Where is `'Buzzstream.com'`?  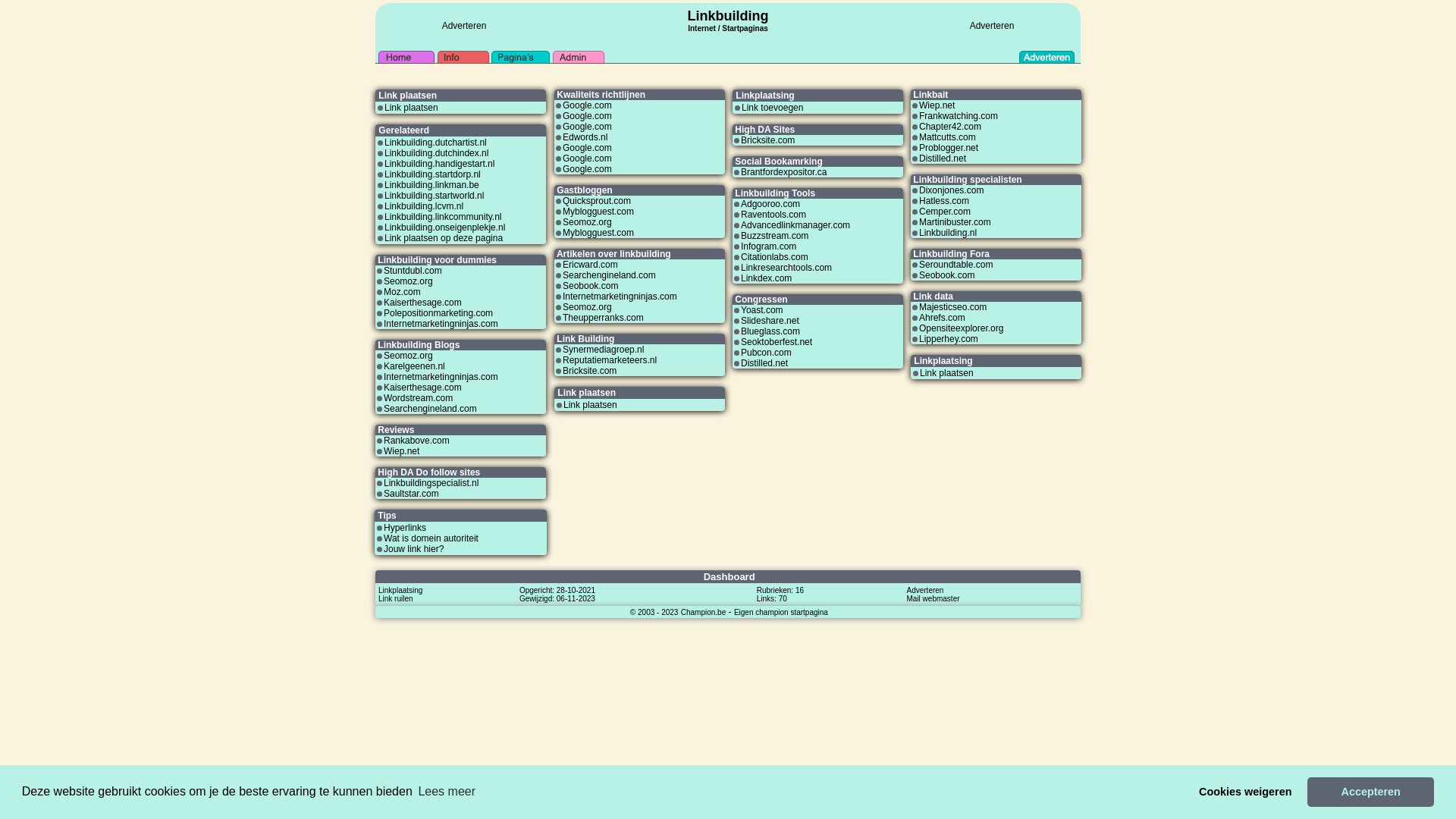
'Buzzstream.com' is located at coordinates (774, 236).